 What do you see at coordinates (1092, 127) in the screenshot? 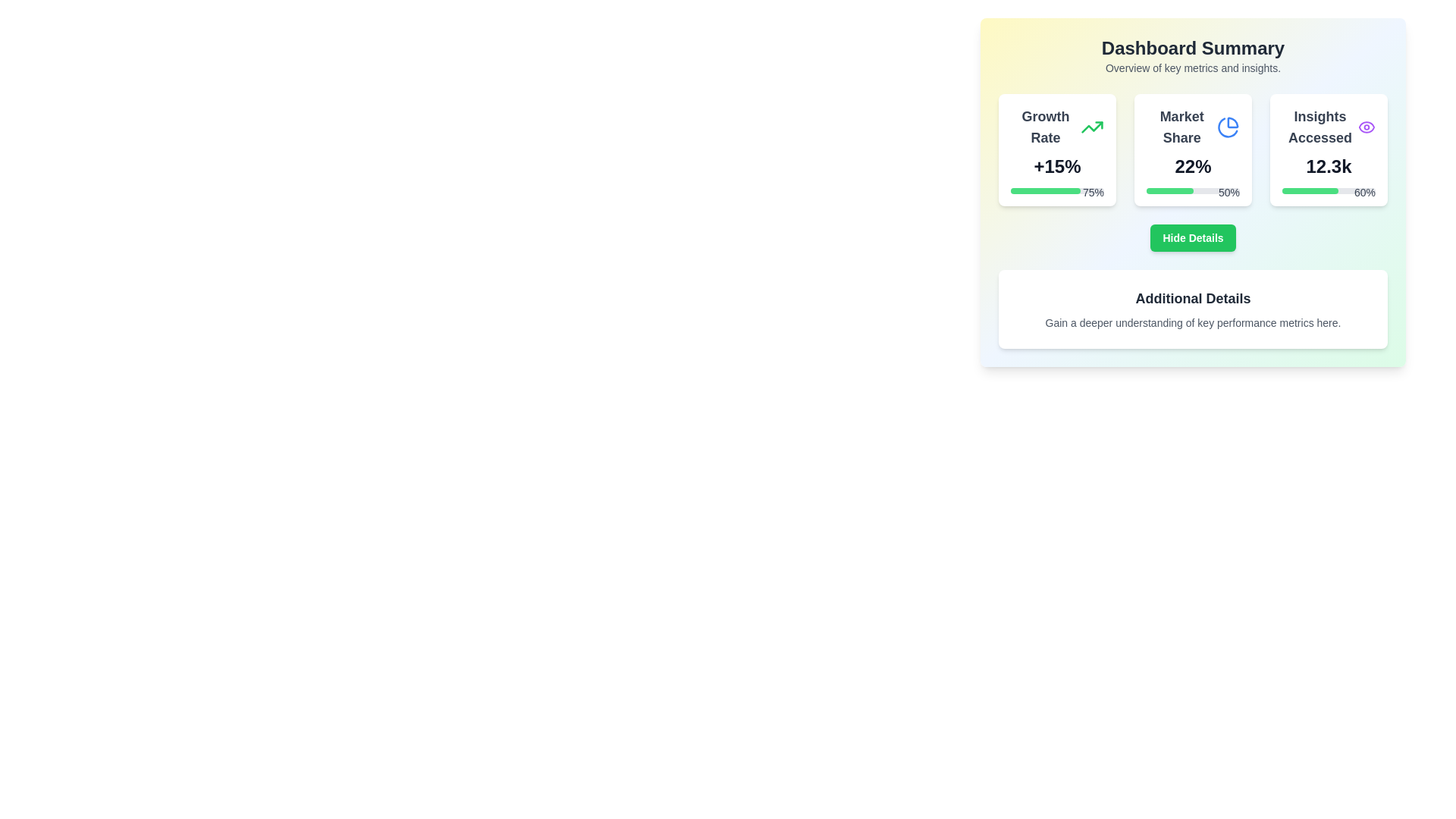
I see `the icon representing a positive growth rate located to the right of the 'Growth Rate' label in the 'Dashboard Summary' section` at bounding box center [1092, 127].